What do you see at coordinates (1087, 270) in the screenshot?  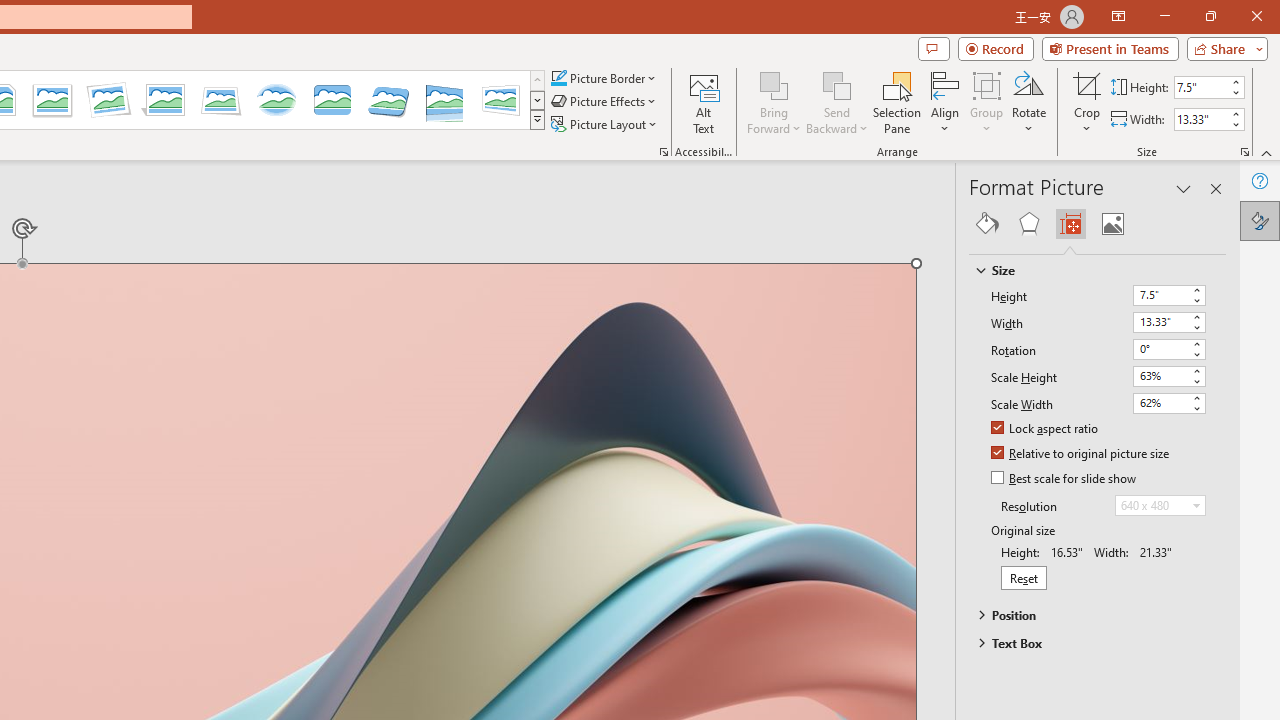 I see `'Size'` at bounding box center [1087, 270].